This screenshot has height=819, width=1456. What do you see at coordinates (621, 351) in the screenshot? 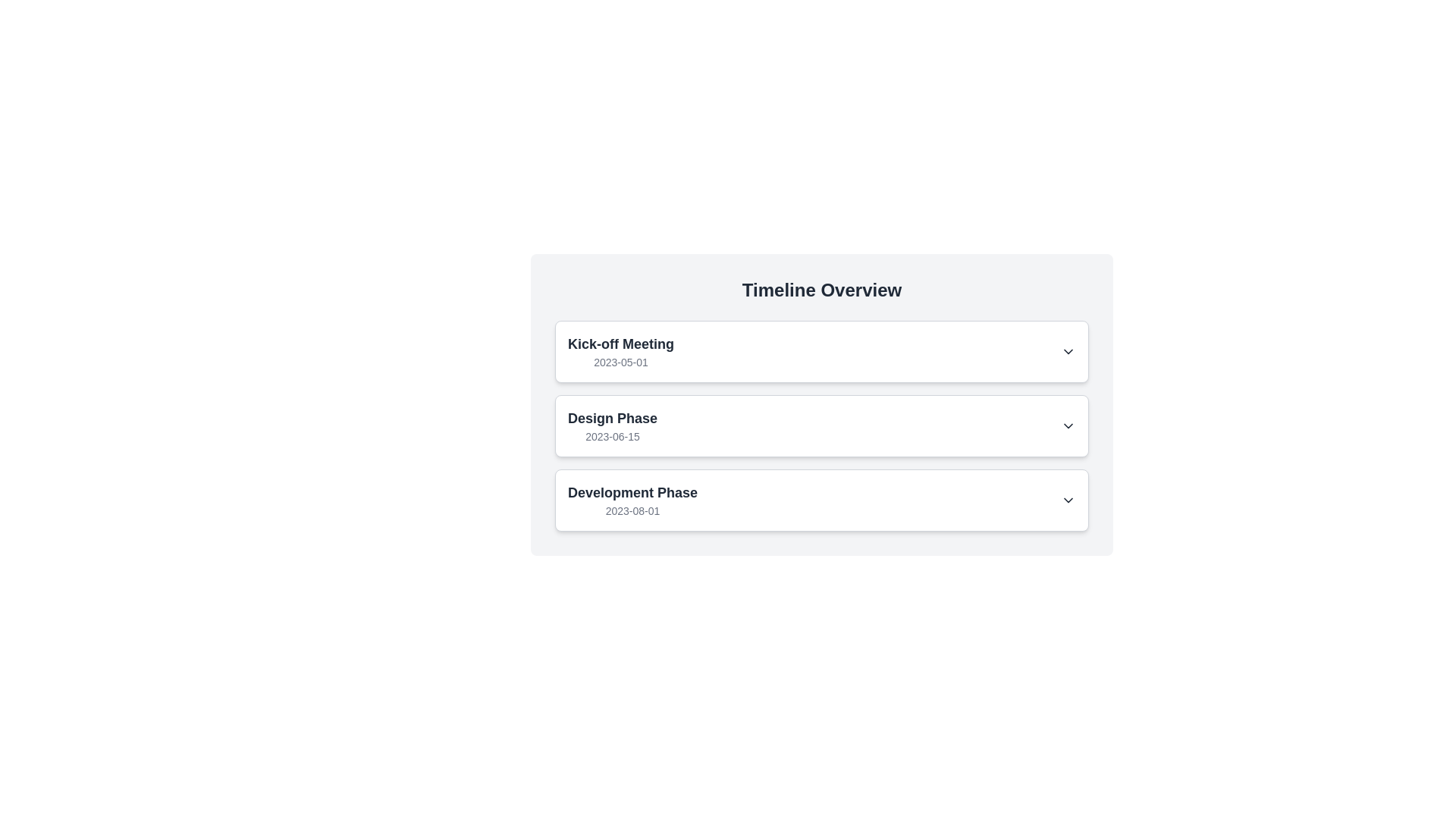
I see `static text label displaying the title 'Kick-off Meeting' and the subtitle '2023-05-01', located at the top of the 'Timeline Overview' section` at bounding box center [621, 351].